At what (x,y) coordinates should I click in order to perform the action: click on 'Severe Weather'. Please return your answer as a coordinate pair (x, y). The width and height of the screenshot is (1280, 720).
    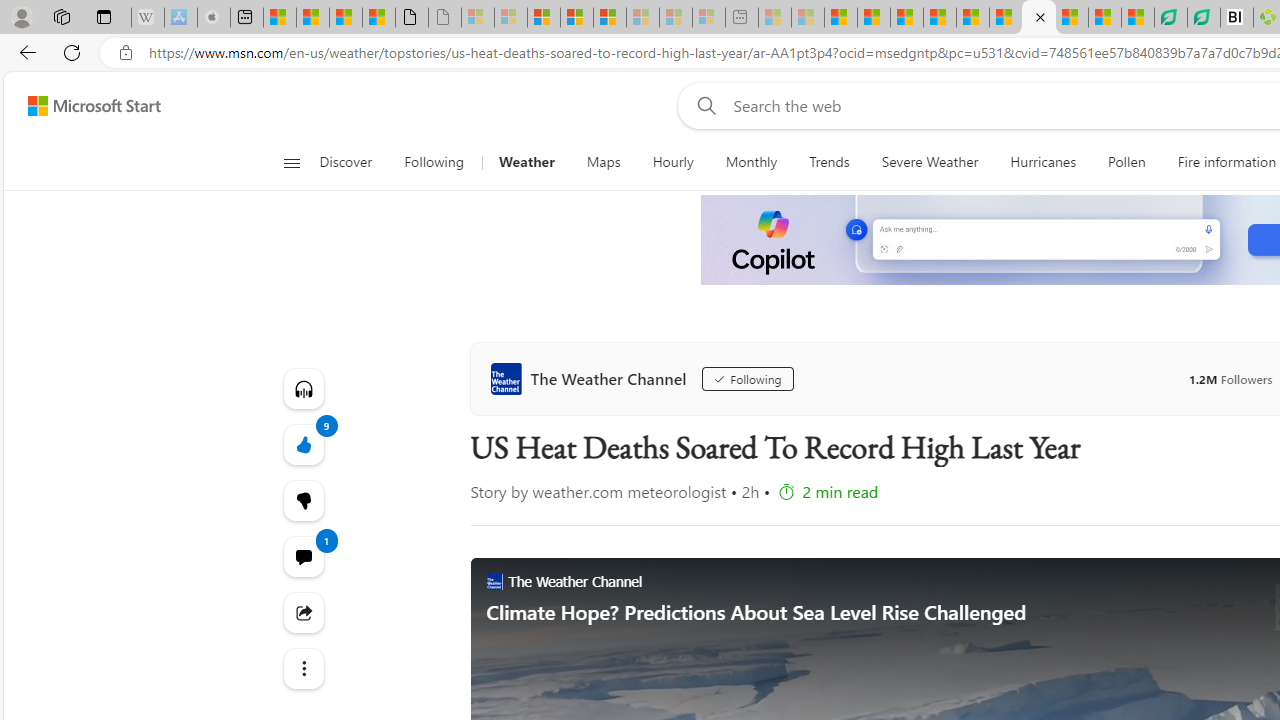
    Looking at the image, I should click on (928, 162).